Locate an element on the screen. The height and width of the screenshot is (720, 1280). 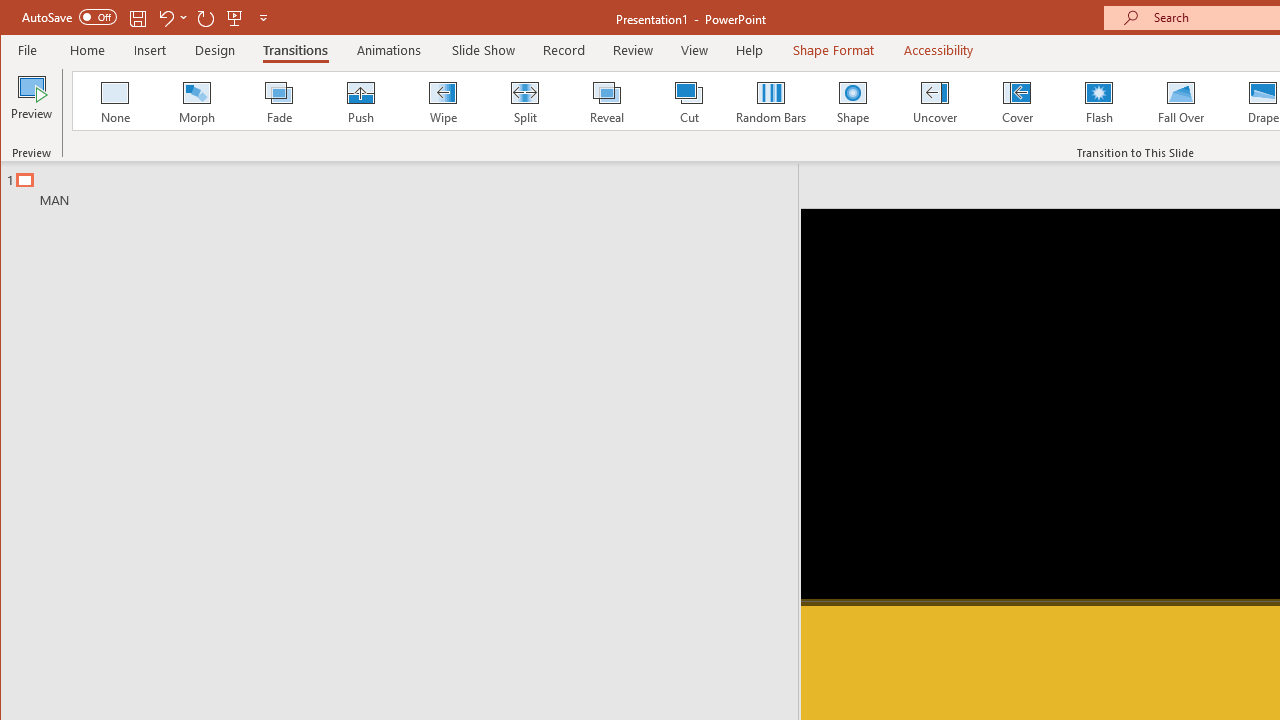
'Flash' is located at coordinates (1098, 100).